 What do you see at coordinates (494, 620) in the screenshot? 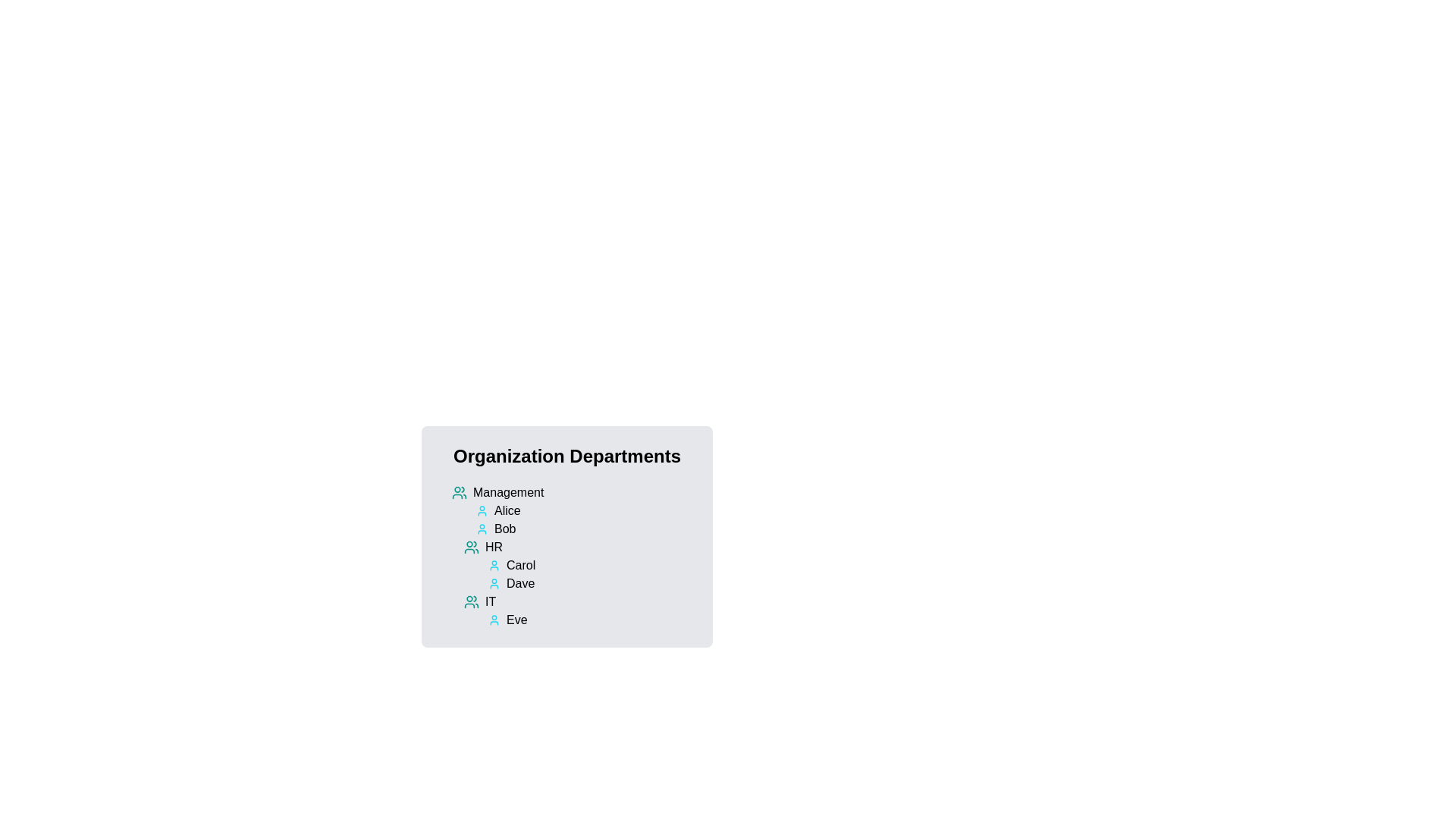
I see `the visual marker icon indicating the person 'Eve' in the IT department section located at the bottom of the 'Organization Departments' area` at bounding box center [494, 620].